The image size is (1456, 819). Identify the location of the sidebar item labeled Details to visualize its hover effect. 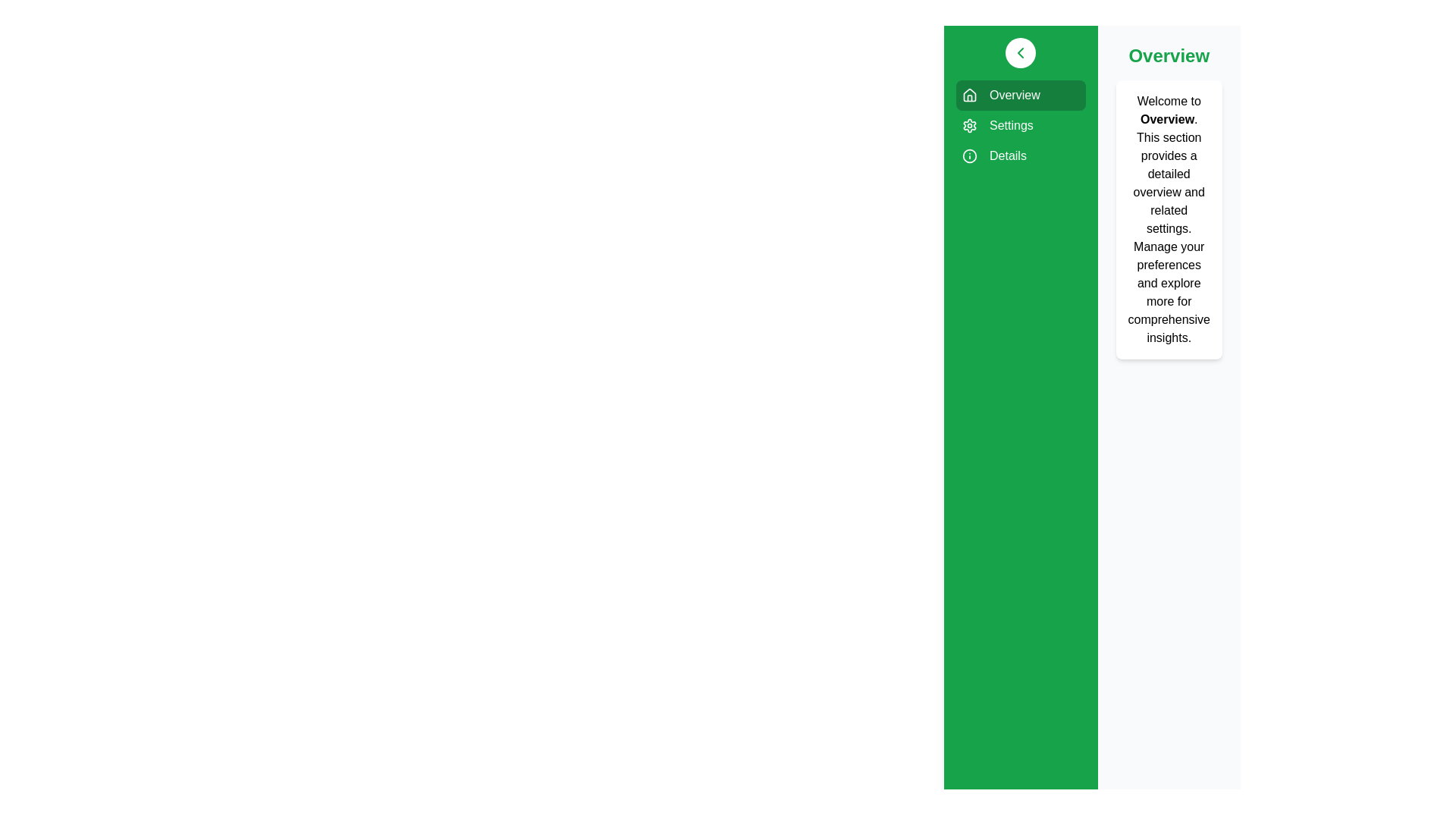
(1021, 155).